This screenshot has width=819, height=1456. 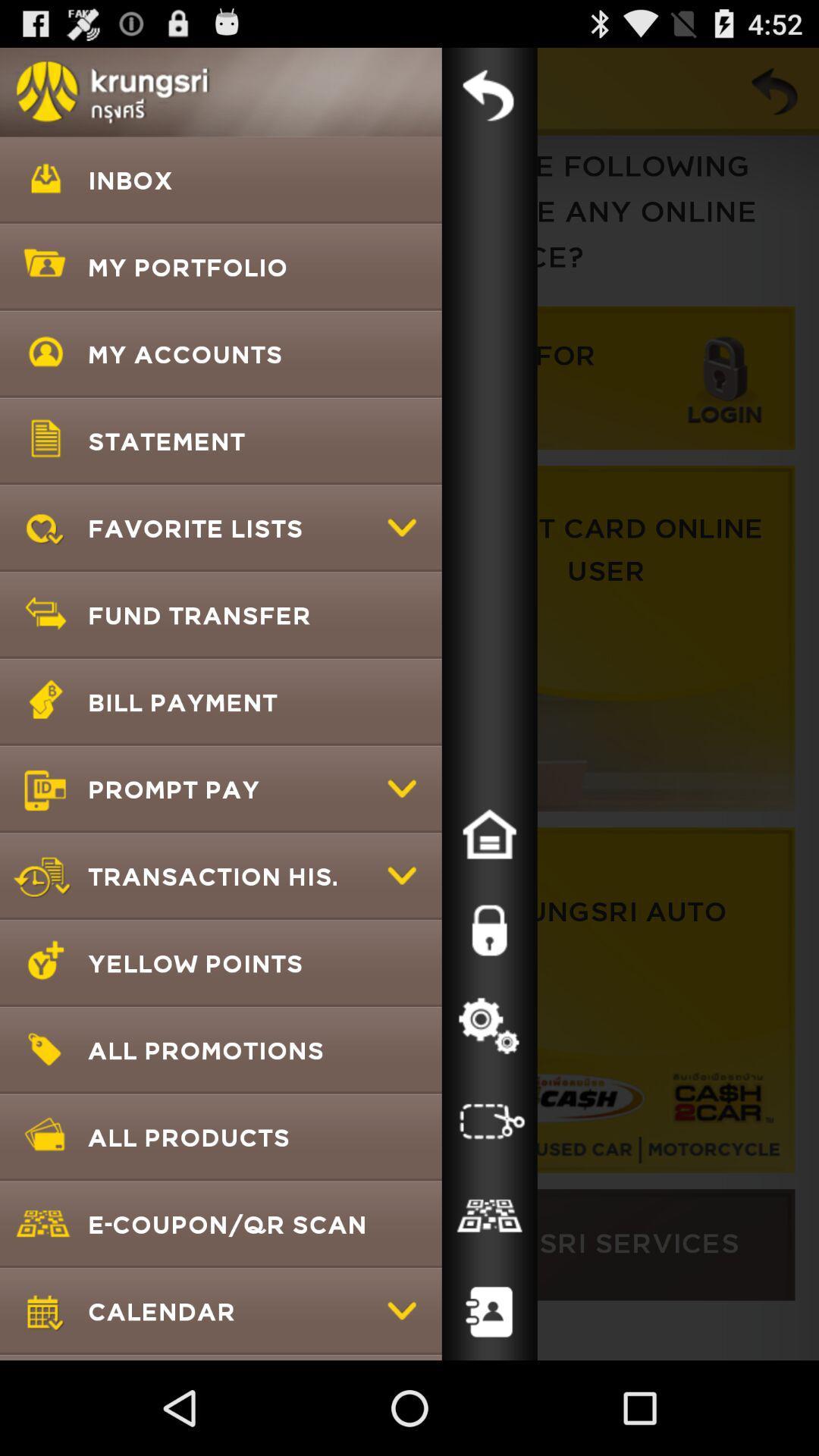 I want to click on krungsri, so click(x=489, y=94).